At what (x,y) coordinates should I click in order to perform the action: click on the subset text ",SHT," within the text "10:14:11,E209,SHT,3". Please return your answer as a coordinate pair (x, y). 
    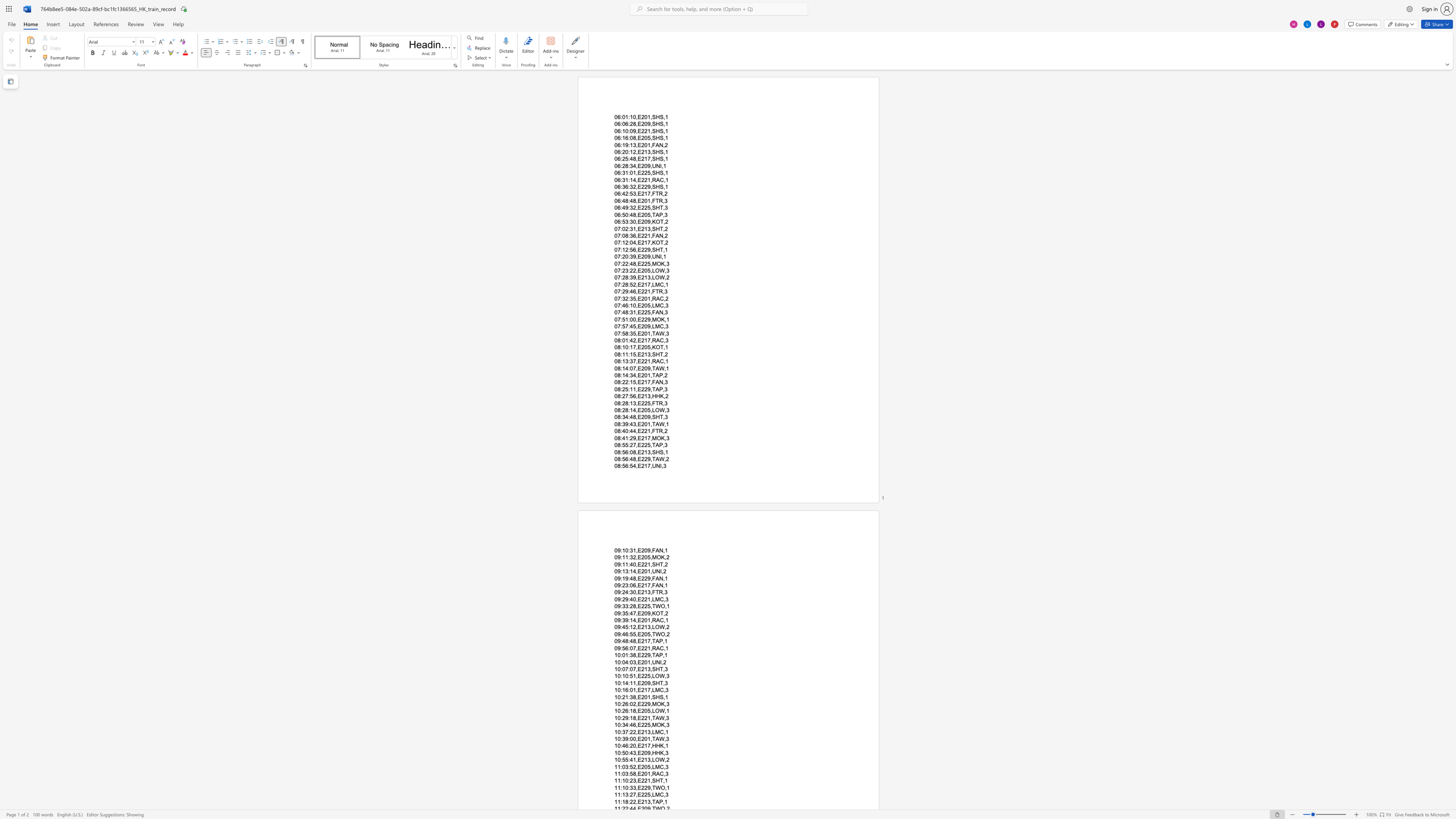
    Looking at the image, I should click on (649, 683).